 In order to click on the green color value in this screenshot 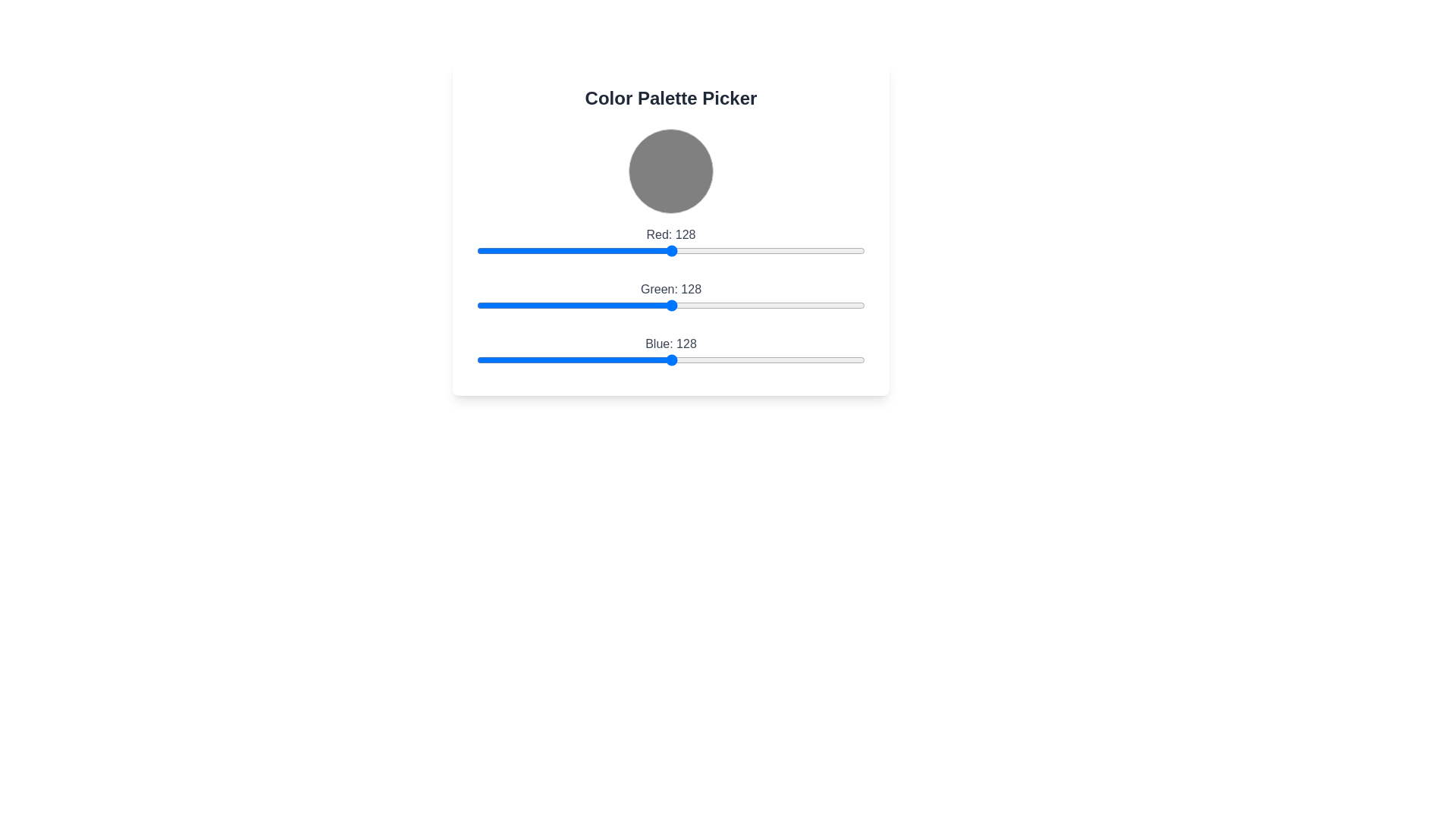, I will do `click(610, 305)`.